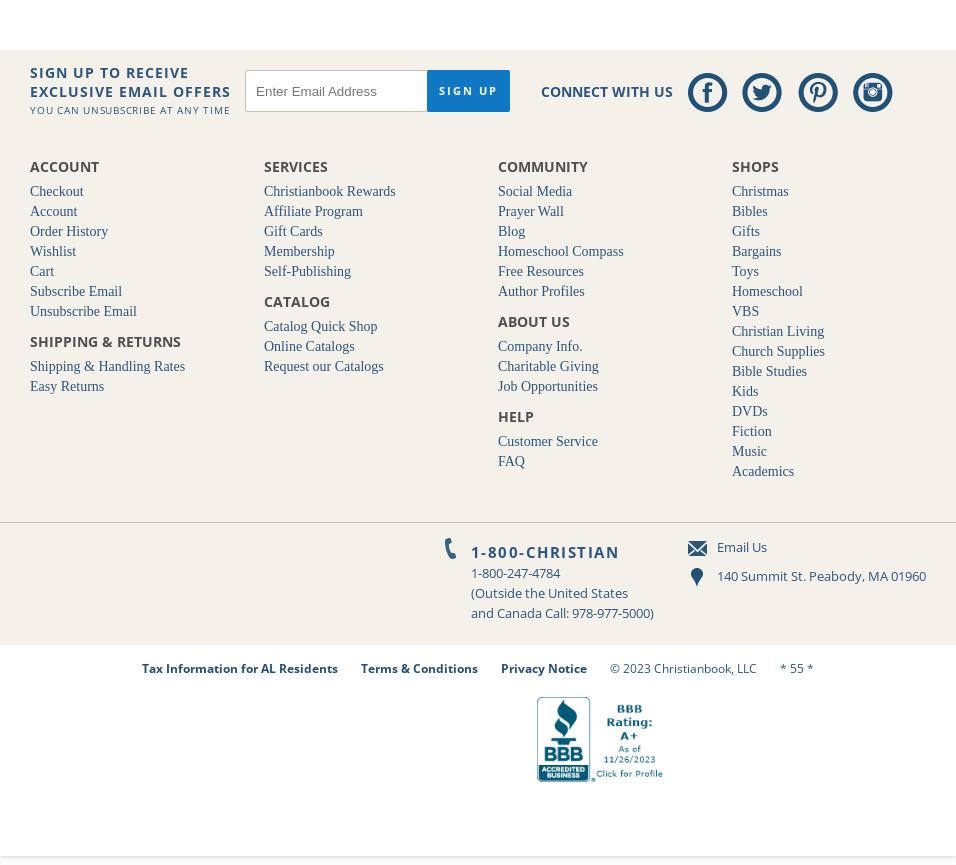 The image size is (956, 865). I want to click on ')', so click(651, 613).